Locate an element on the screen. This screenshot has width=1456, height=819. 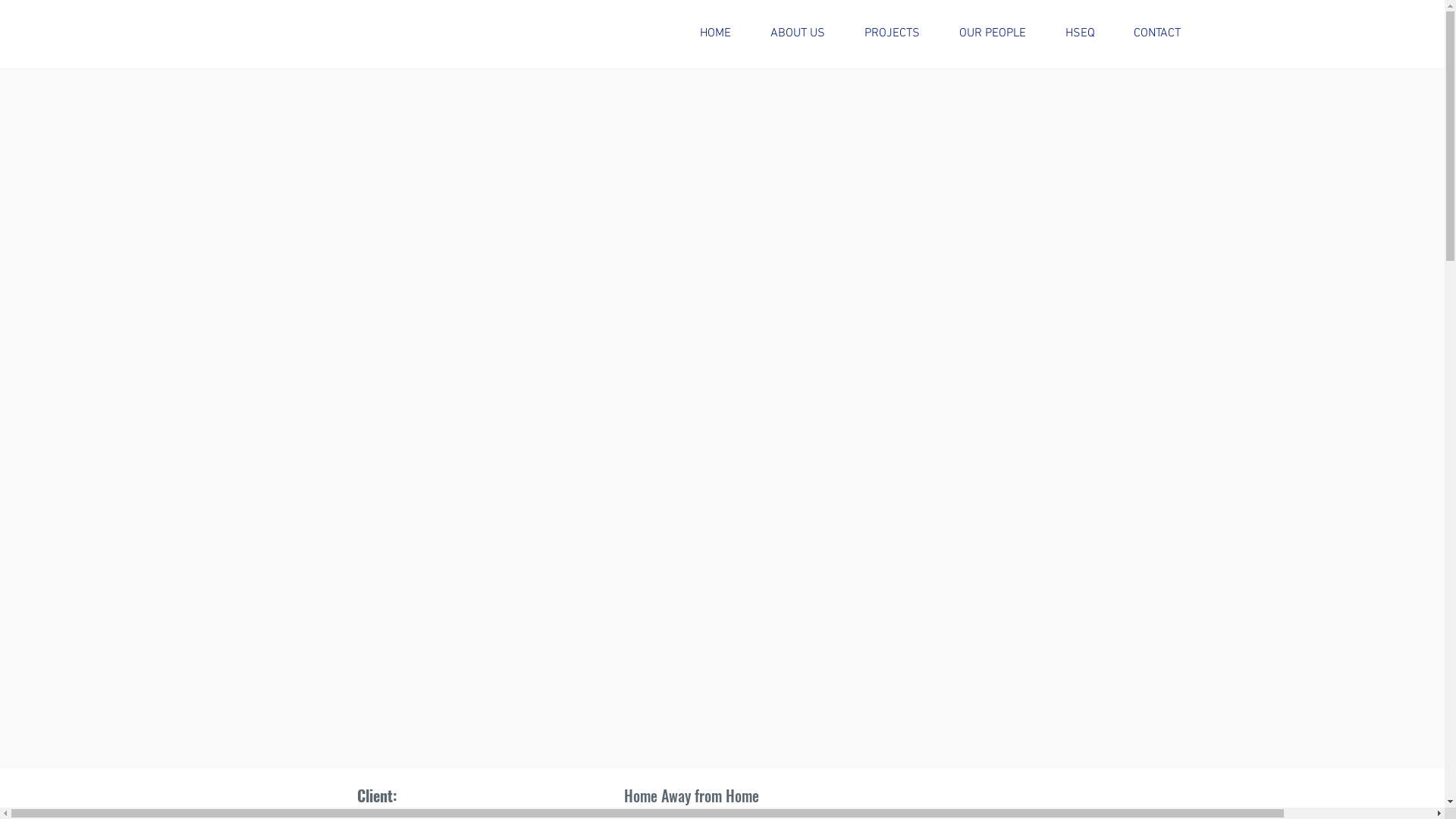
'ABOUT US' is located at coordinates (796, 33).